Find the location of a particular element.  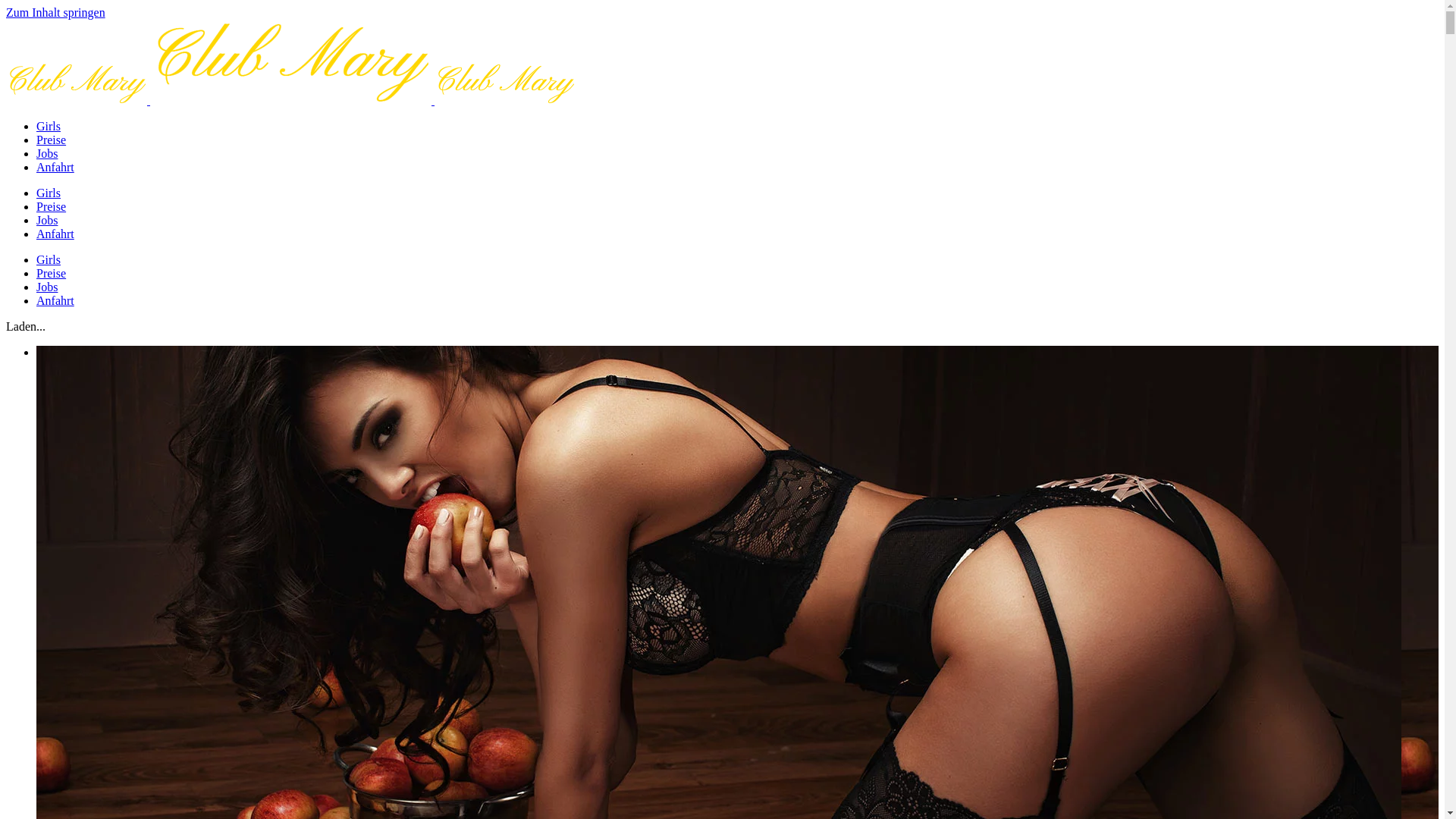

'Anfahrt' is located at coordinates (55, 167).